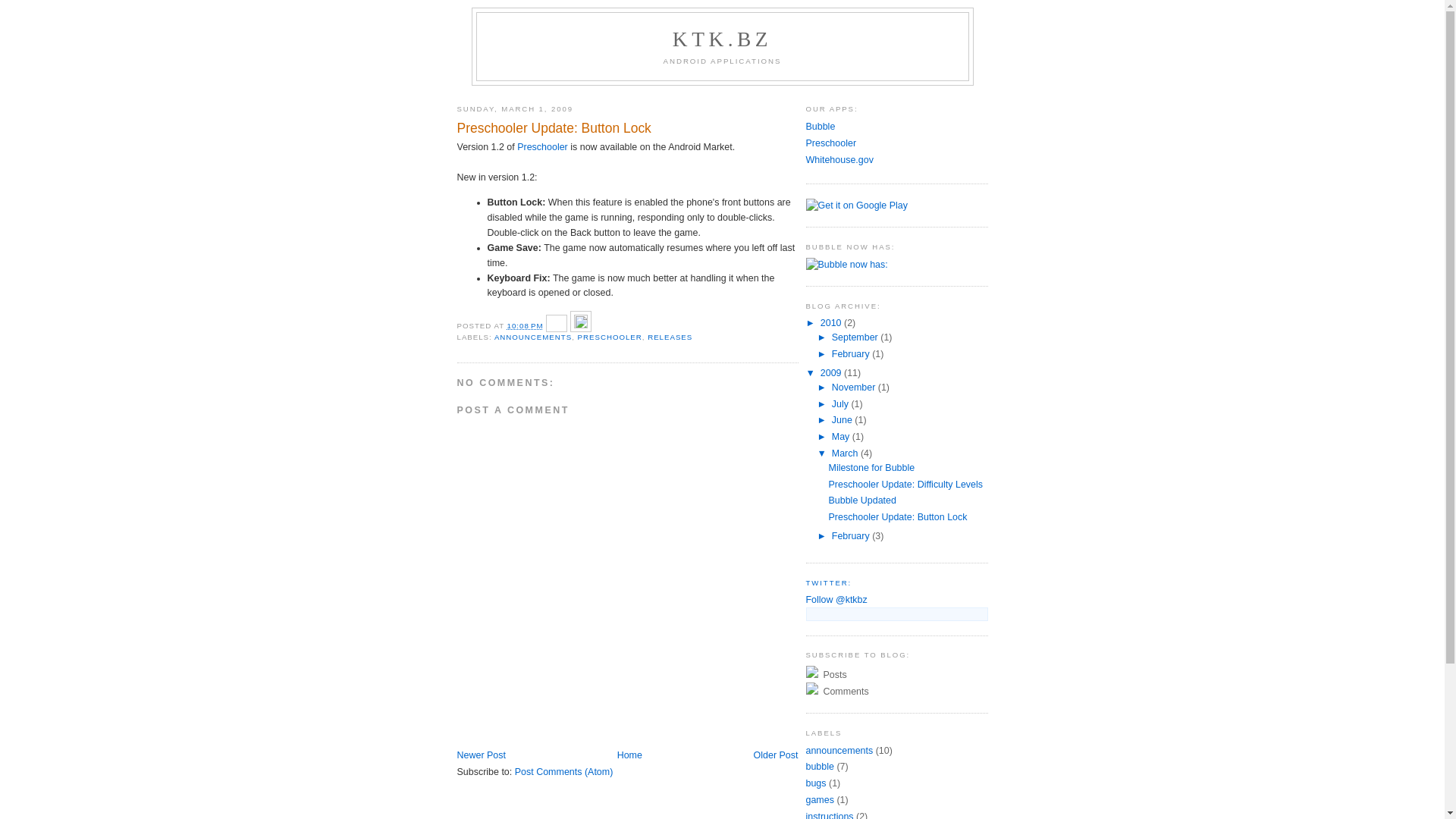 This screenshot has height=819, width=1456. What do you see at coordinates (479, 755) in the screenshot?
I see `'Newer Post'` at bounding box center [479, 755].